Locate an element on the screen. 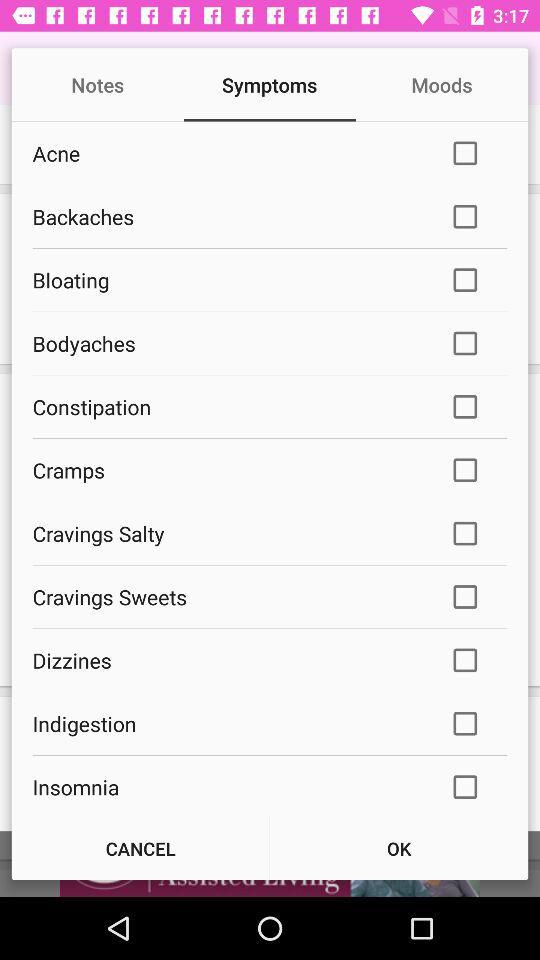 The width and height of the screenshot is (540, 960). the icon below backaches icon is located at coordinates (226, 279).